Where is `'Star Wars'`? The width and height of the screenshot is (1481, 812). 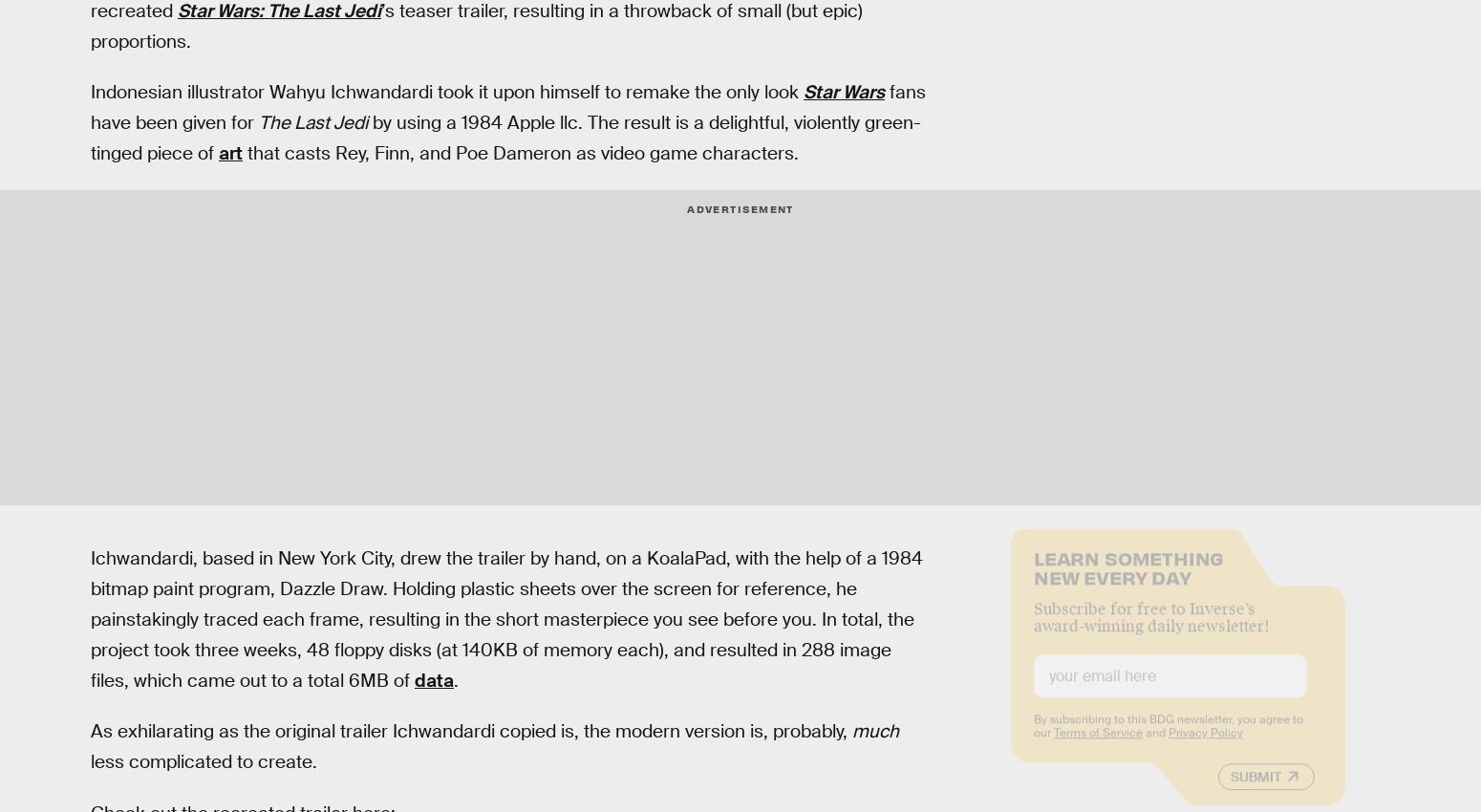 'Star Wars' is located at coordinates (844, 91).